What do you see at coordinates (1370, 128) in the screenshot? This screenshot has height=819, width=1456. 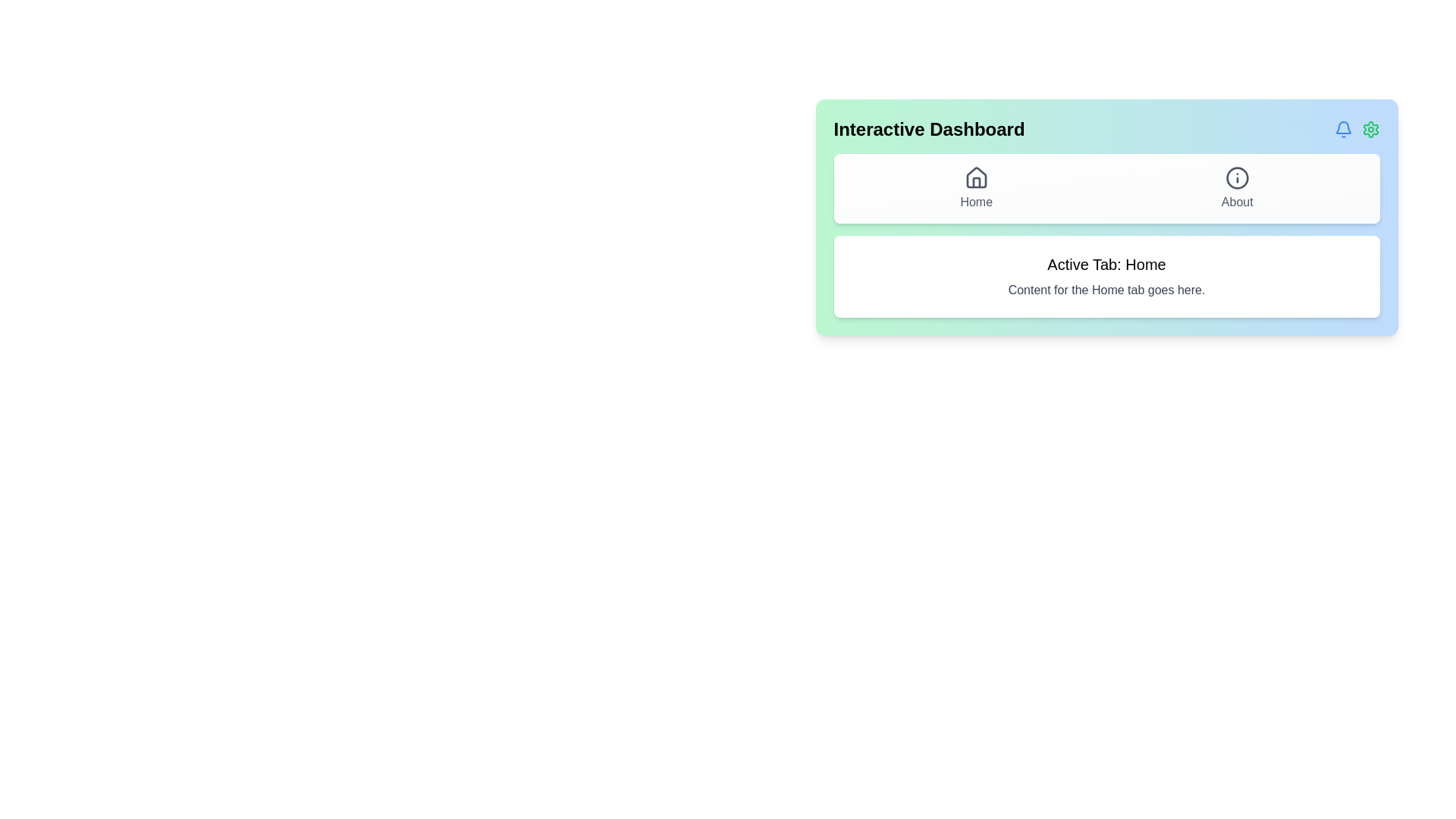 I see `the settings icon located at the far-right of the top bar` at bounding box center [1370, 128].